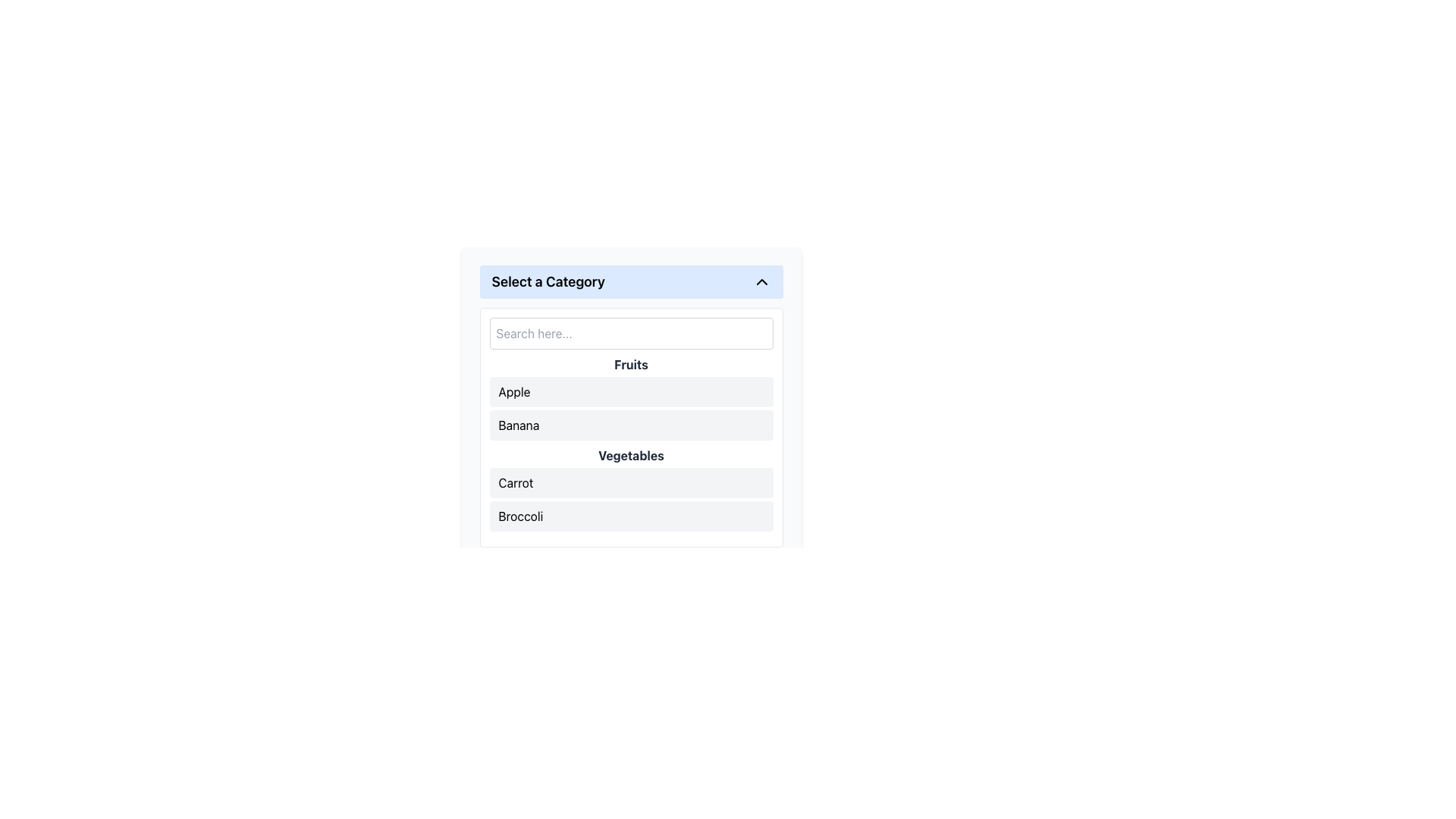 The image size is (1456, 819). I want to click on the 'Broccoli' list item, which is the second option under the 'Vegetables' category in the dropdown interface, so click(631, 516).